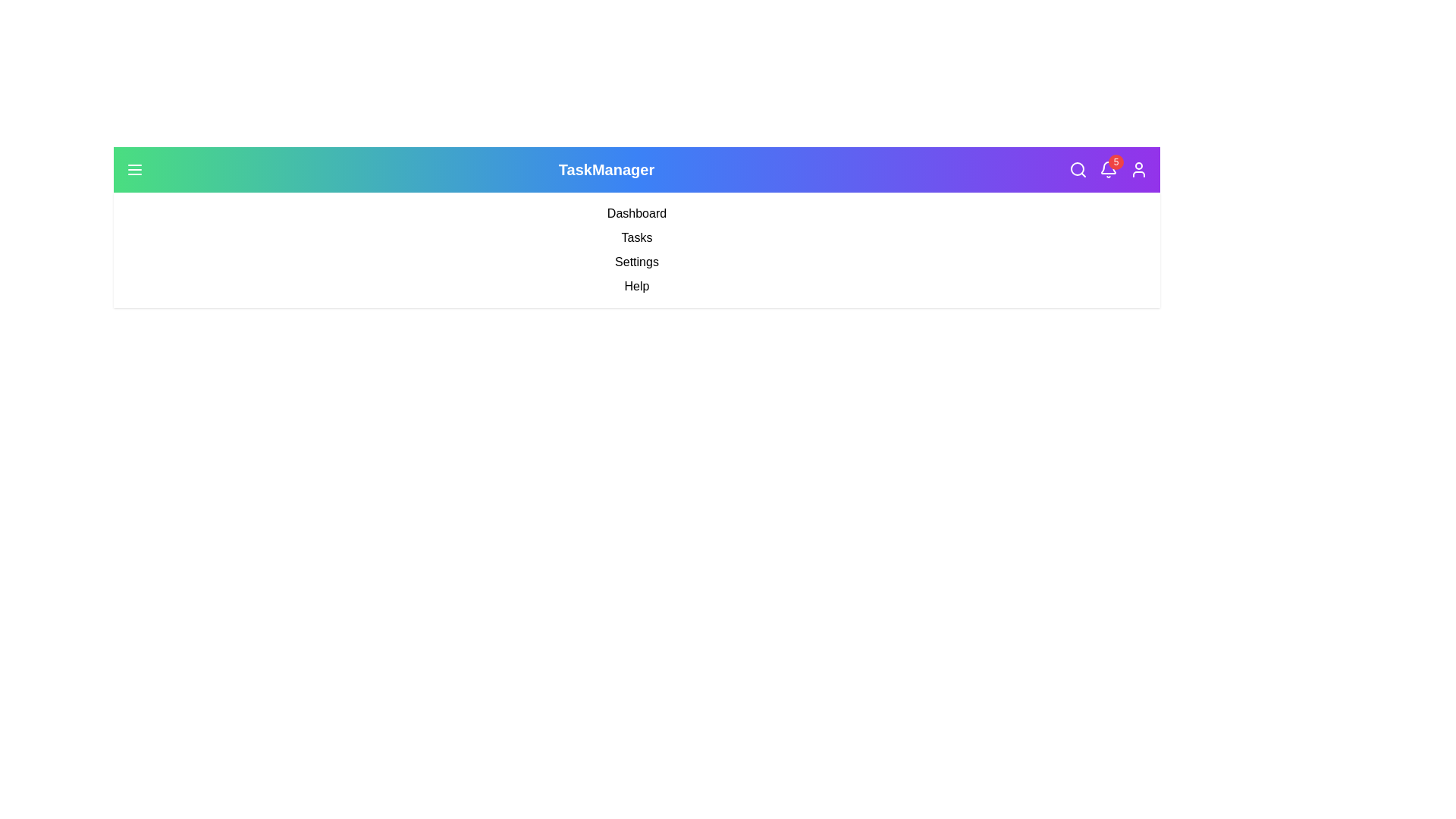  I want to click on the Notification Badge element, which is a small circular badge with a red background and white text displaying the number '5', located at the top-right corner of the bell icon in the navigation bar, so click(1116, 162).